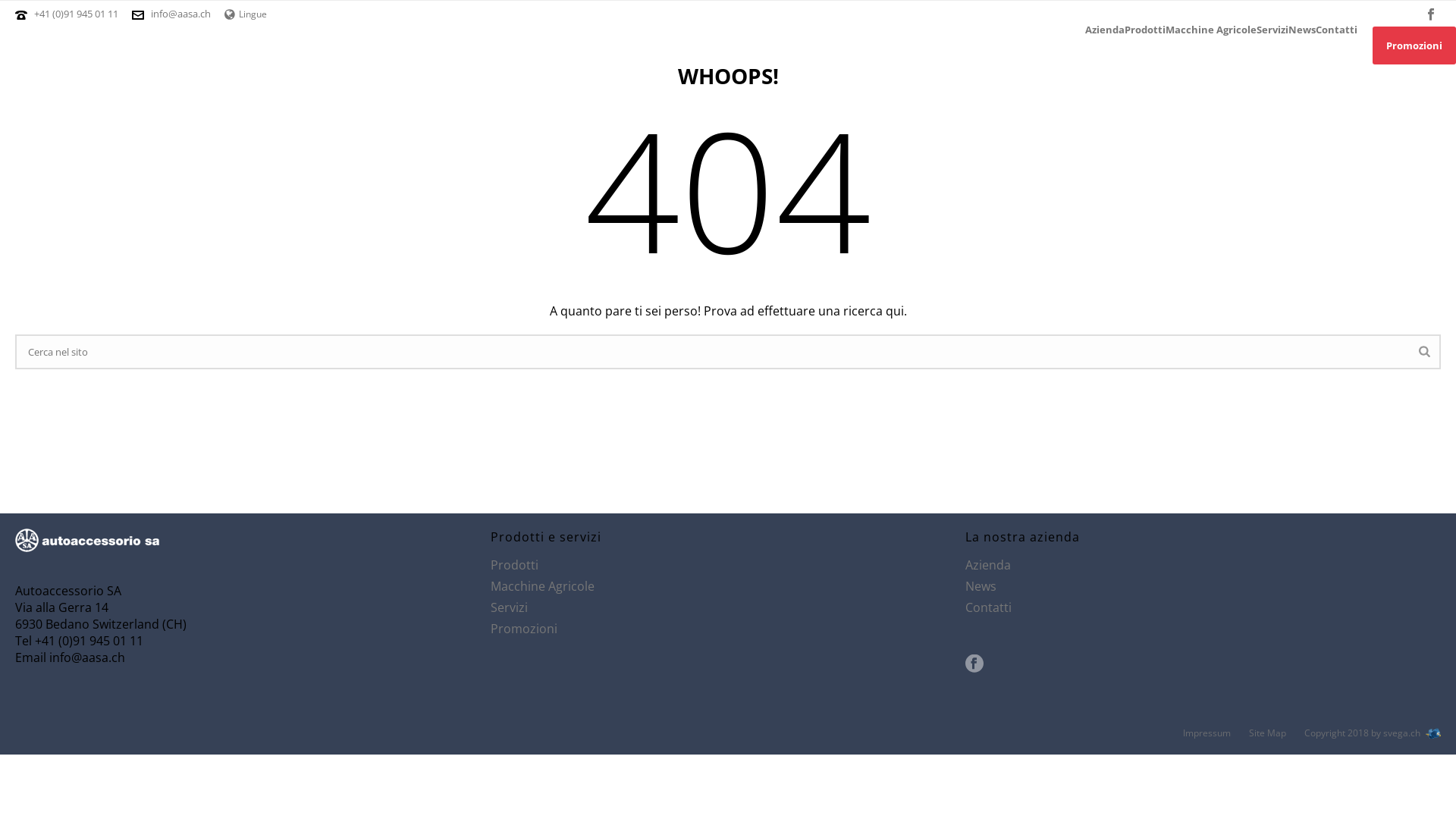 The height and width of the screenshot is (819, 1456). I want to click on 'Contatti', so click(988, 607).